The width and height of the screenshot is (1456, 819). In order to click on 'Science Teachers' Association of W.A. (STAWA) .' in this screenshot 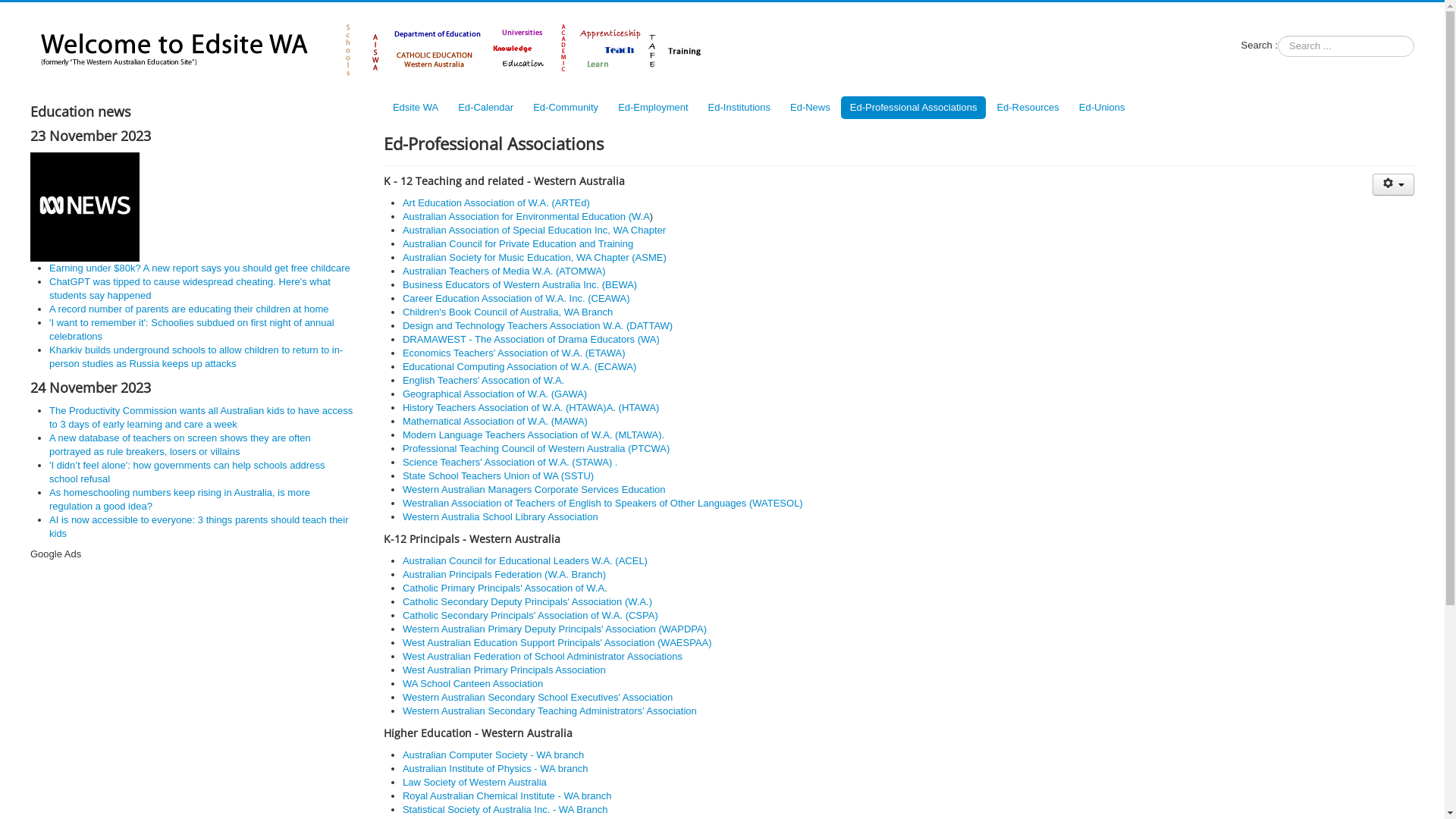, I will do `click(510, 461)`.